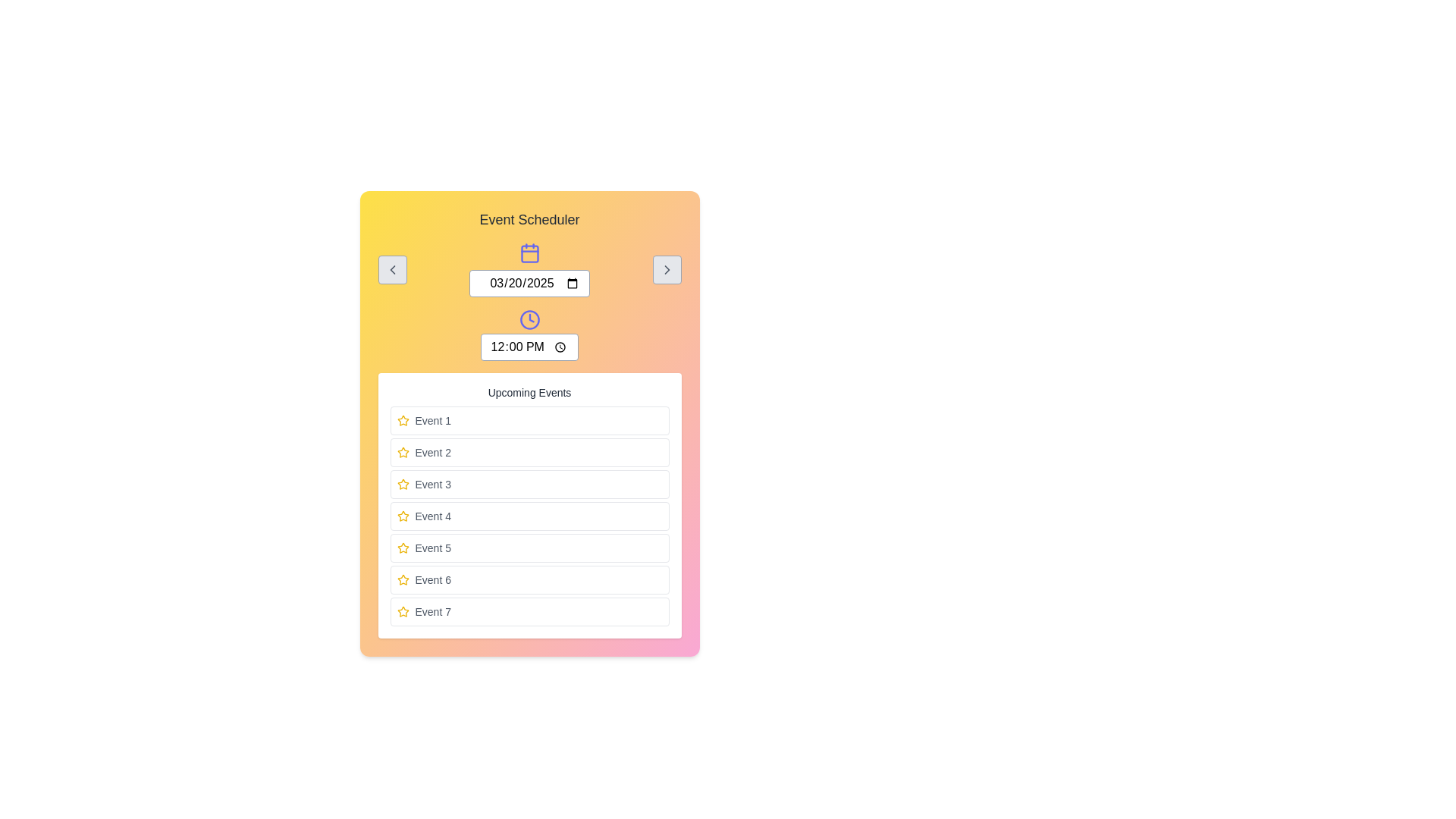 Image resolution: width=1456 pixels, height=819 pixels. Describe the element at coordinates (403, 484) in the screenshot. I see `the small star-shaped icon outlined in yellow, which is located to the left of 'Event 3' in the 'Upcoming Events' list` at that location.